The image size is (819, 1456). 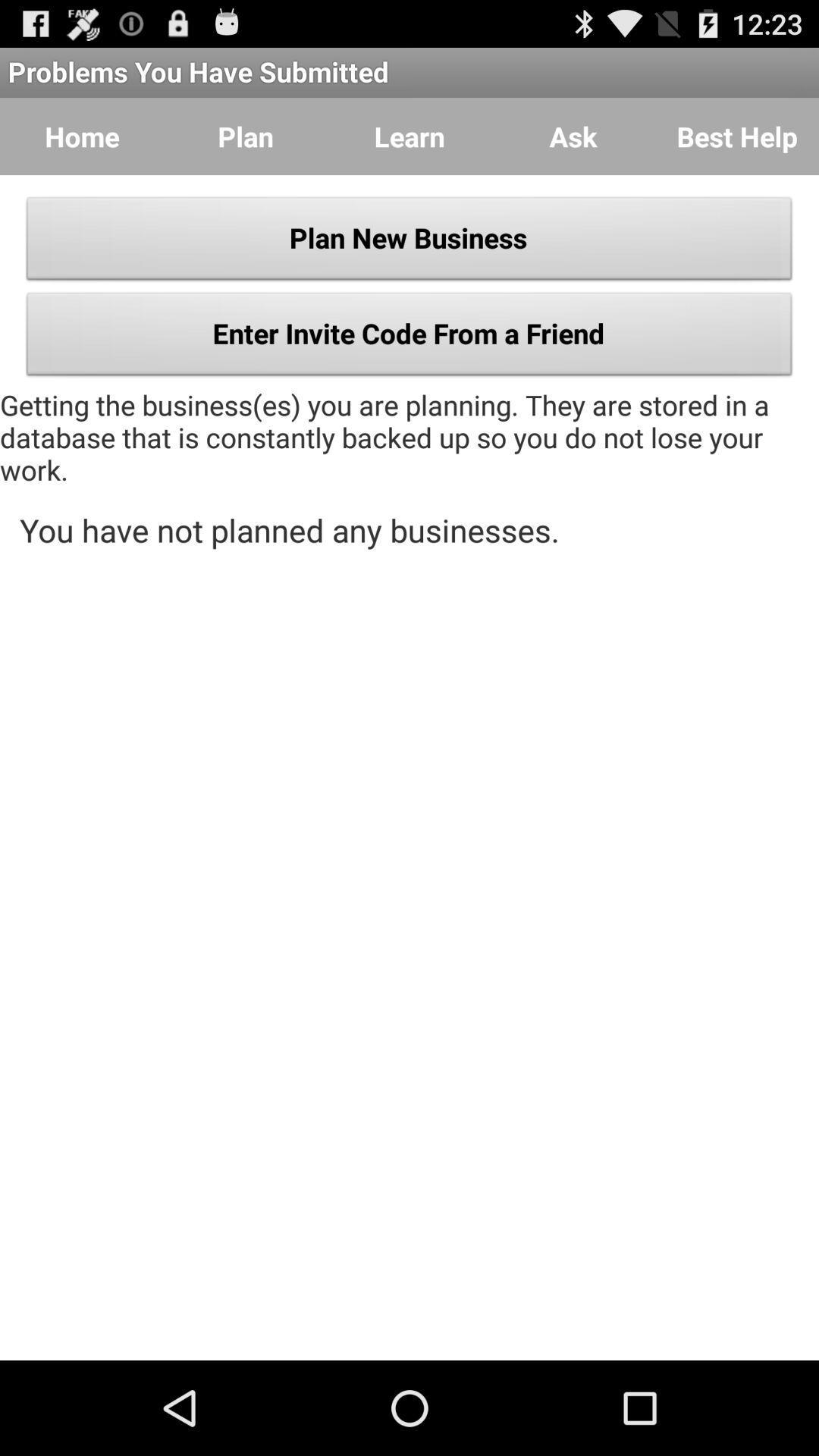 What do you see at coordinates (573, 136) in the screenshot?
I see `the icon next to best help item` at bounding box center [573, 136].